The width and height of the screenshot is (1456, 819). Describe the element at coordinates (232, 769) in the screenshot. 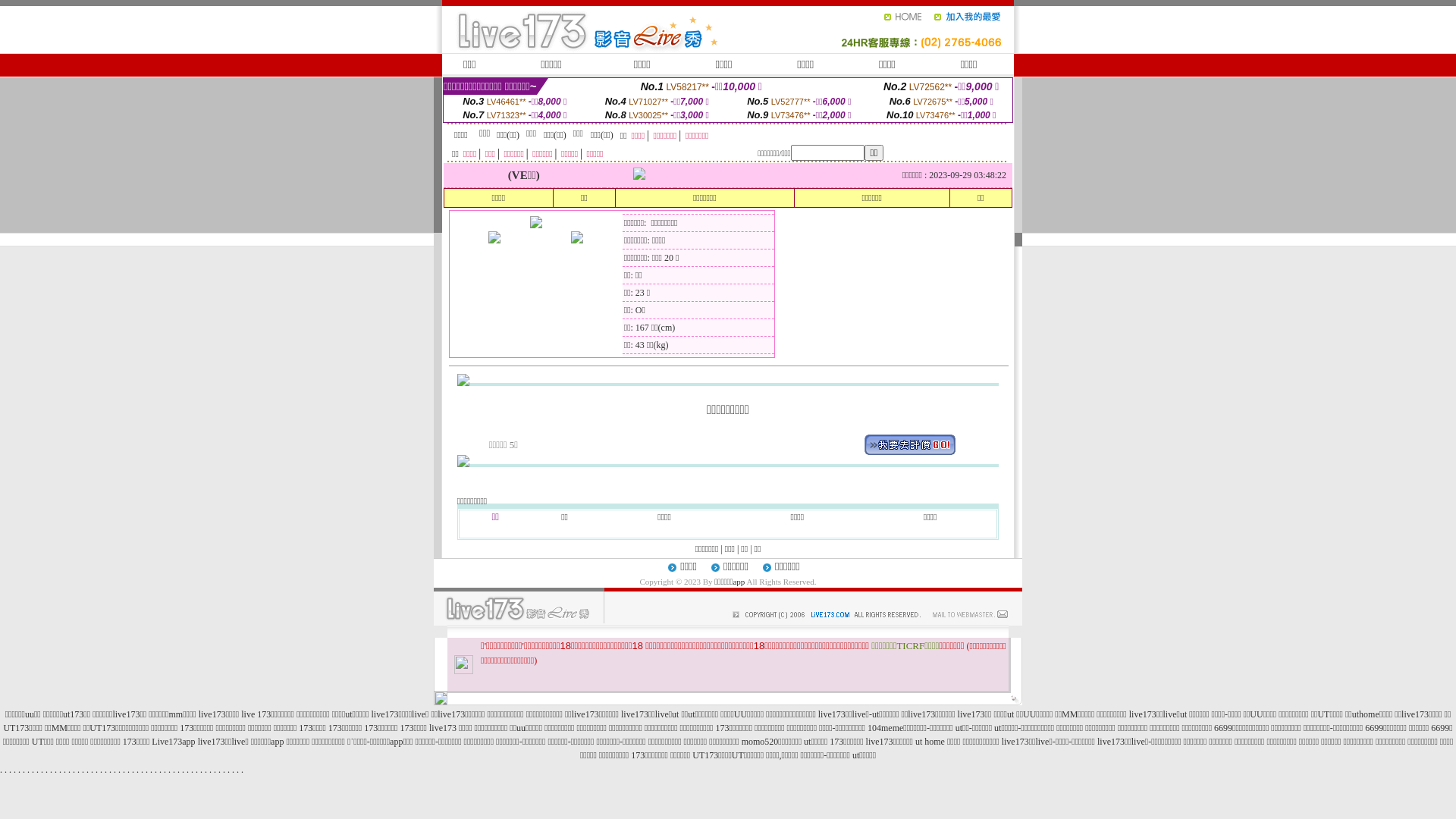

I see `'.'` at that location.